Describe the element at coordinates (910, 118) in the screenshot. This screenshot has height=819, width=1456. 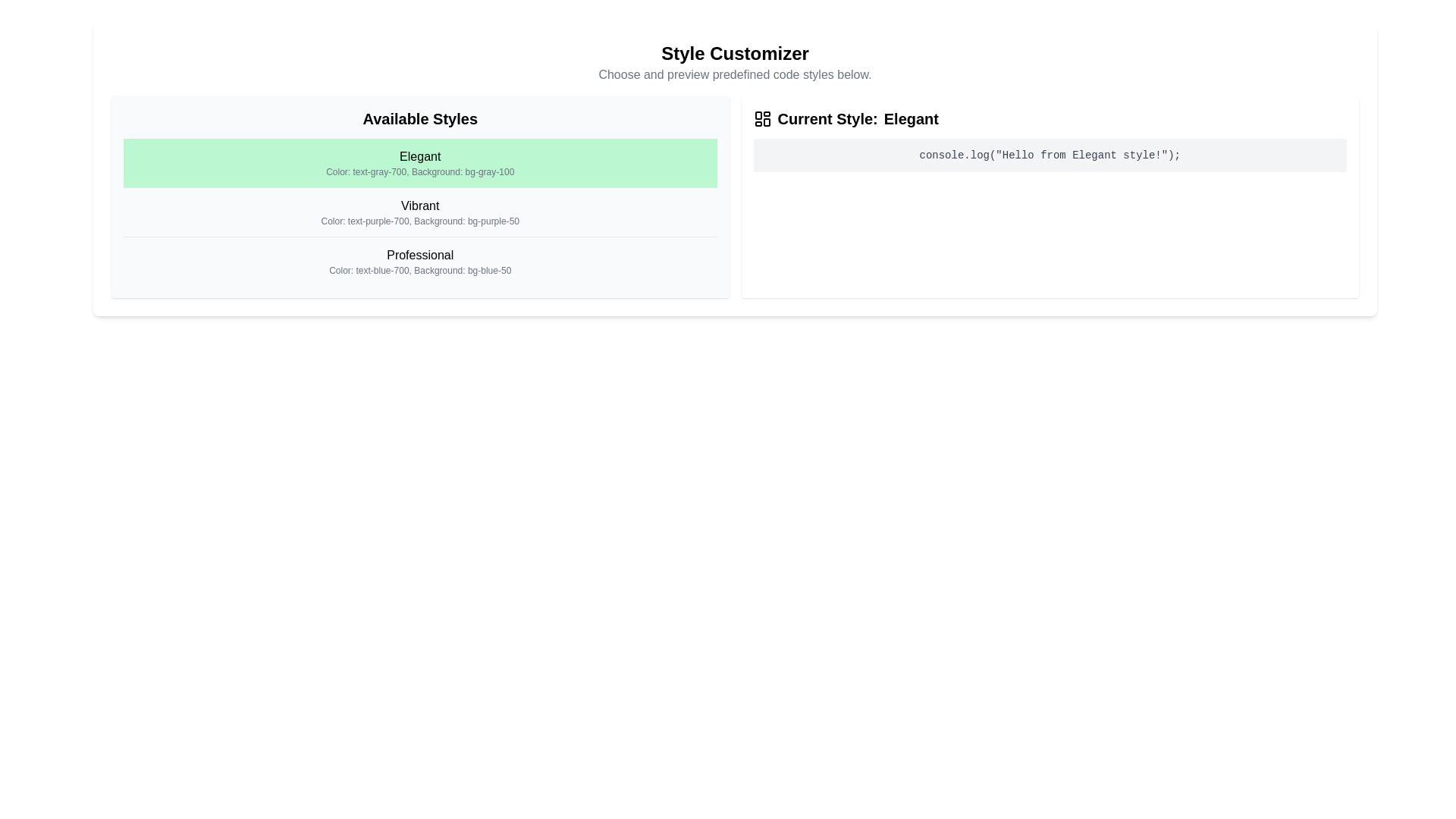
I see `the static text label indicating the currently selected style, located in the 'Current Style' section to the right of the 'Current Style:' label and the layout dashboard icon` at that location.